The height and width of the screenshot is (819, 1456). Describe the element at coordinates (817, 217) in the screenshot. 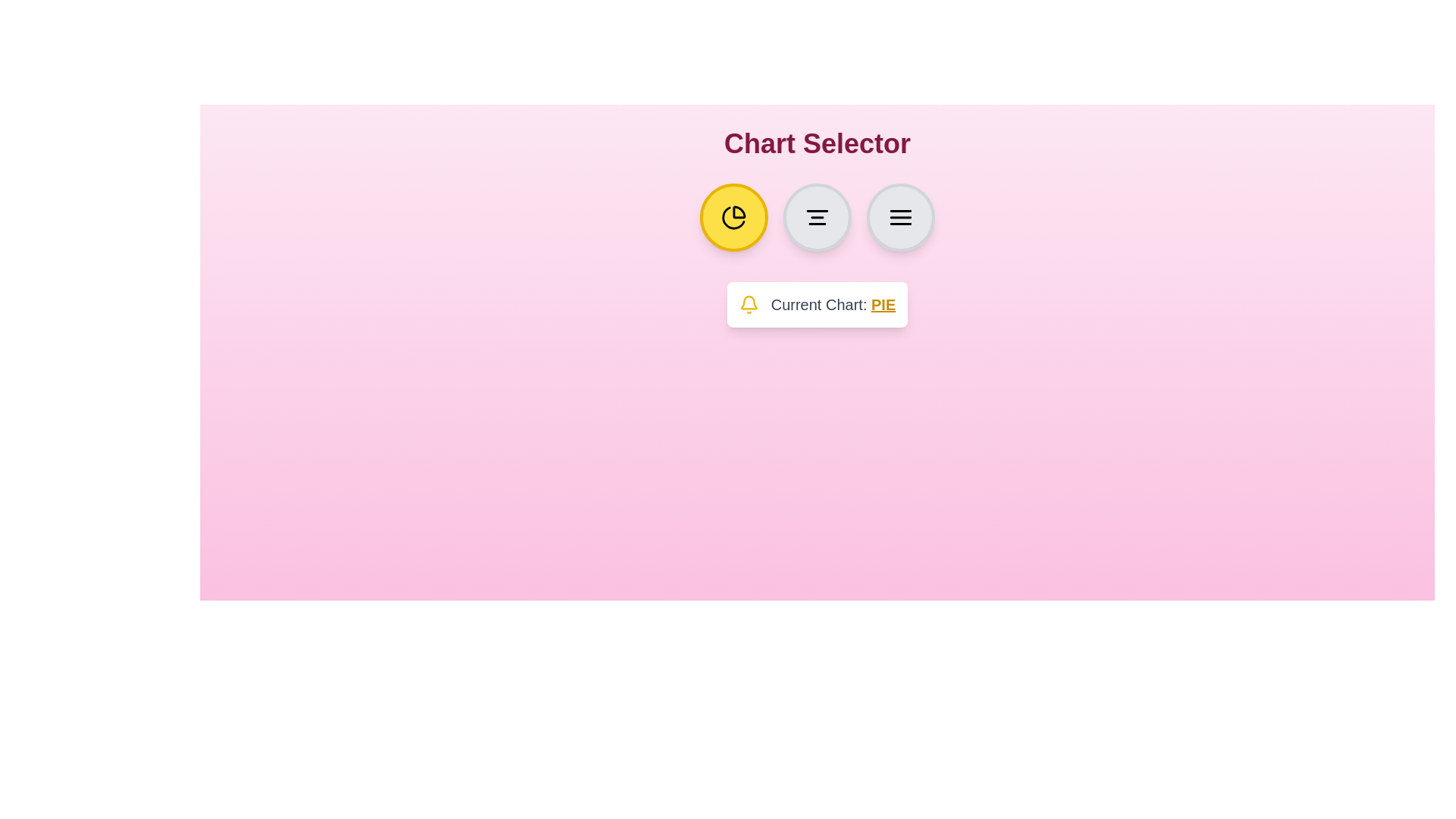

I see `the chart type by clicking on the corresponding button. The parameter line specifies the chart type to select` at that location.